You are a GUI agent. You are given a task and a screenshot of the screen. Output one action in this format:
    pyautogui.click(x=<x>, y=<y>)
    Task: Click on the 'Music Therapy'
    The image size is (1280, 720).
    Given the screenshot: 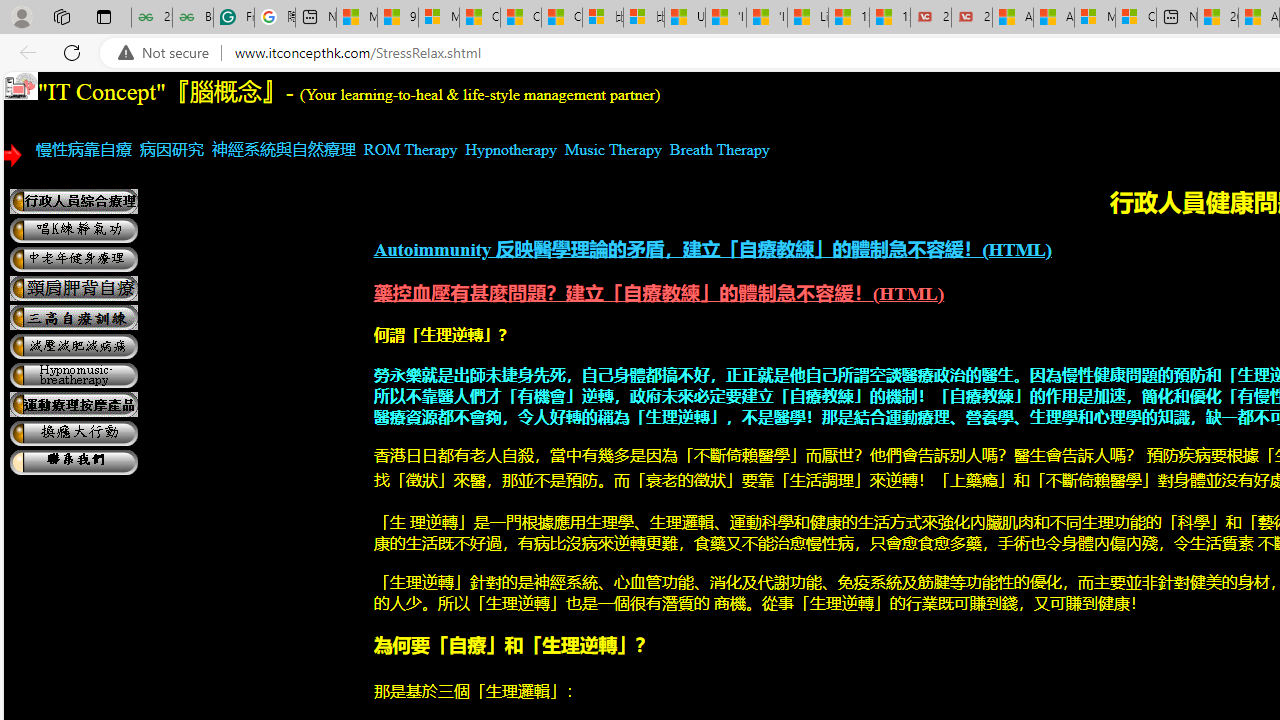 What is the action you would take?
    pyautogui.click(x=612, y=148)
    